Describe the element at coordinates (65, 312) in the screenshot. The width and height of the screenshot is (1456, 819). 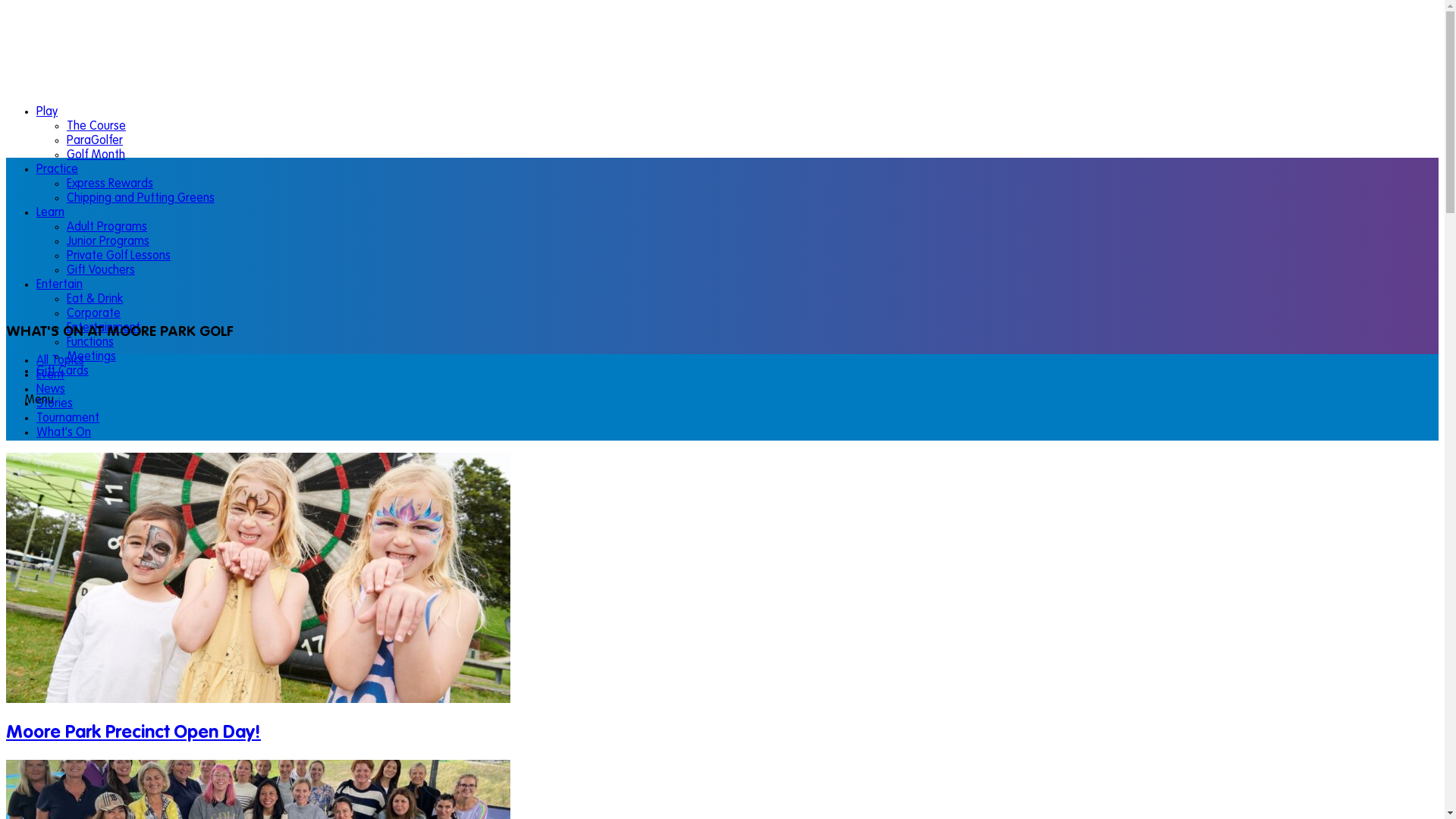
I see `'Corporate'` at that location.